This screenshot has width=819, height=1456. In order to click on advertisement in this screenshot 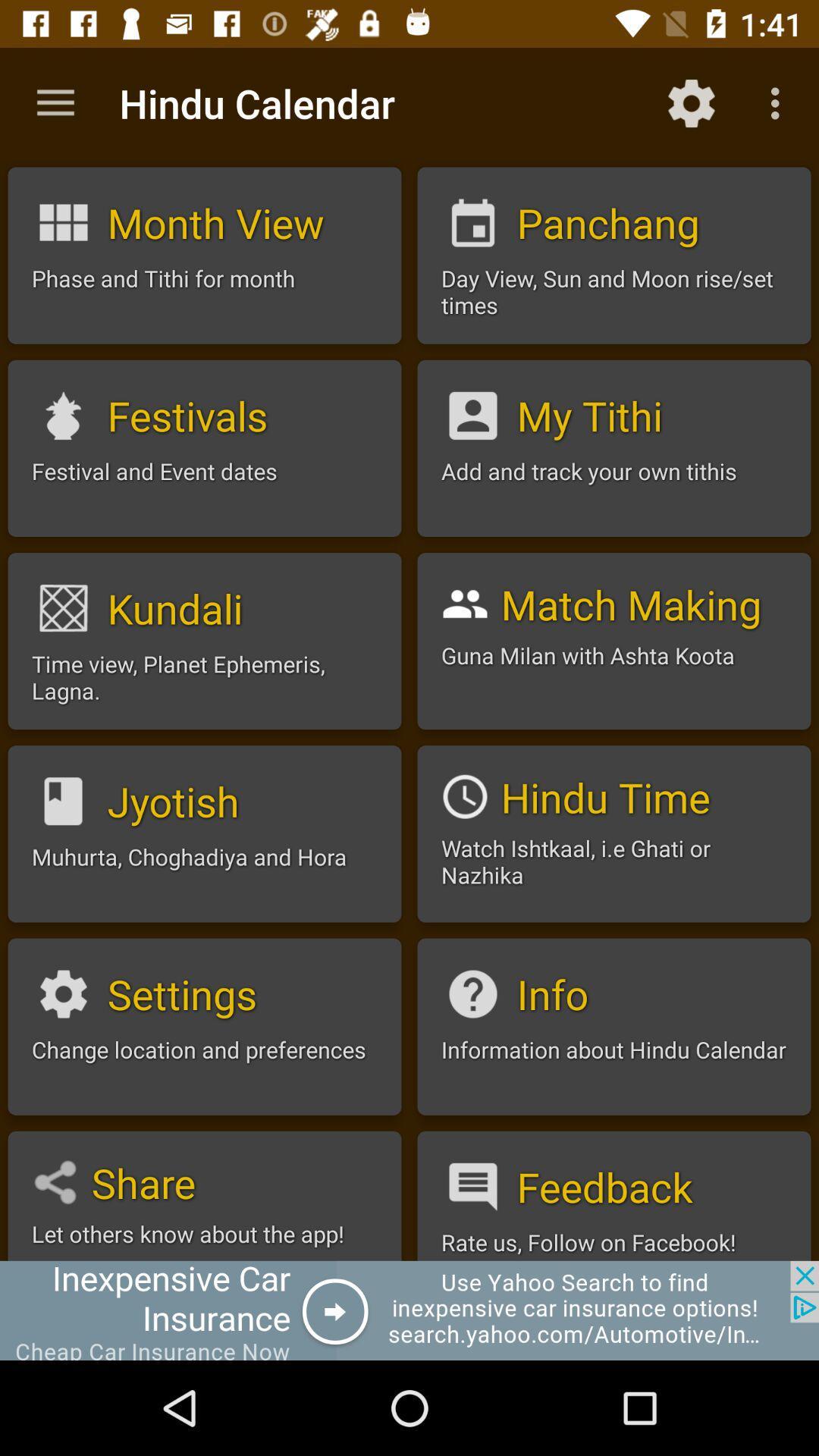, I will do `click(409, 1310)`.